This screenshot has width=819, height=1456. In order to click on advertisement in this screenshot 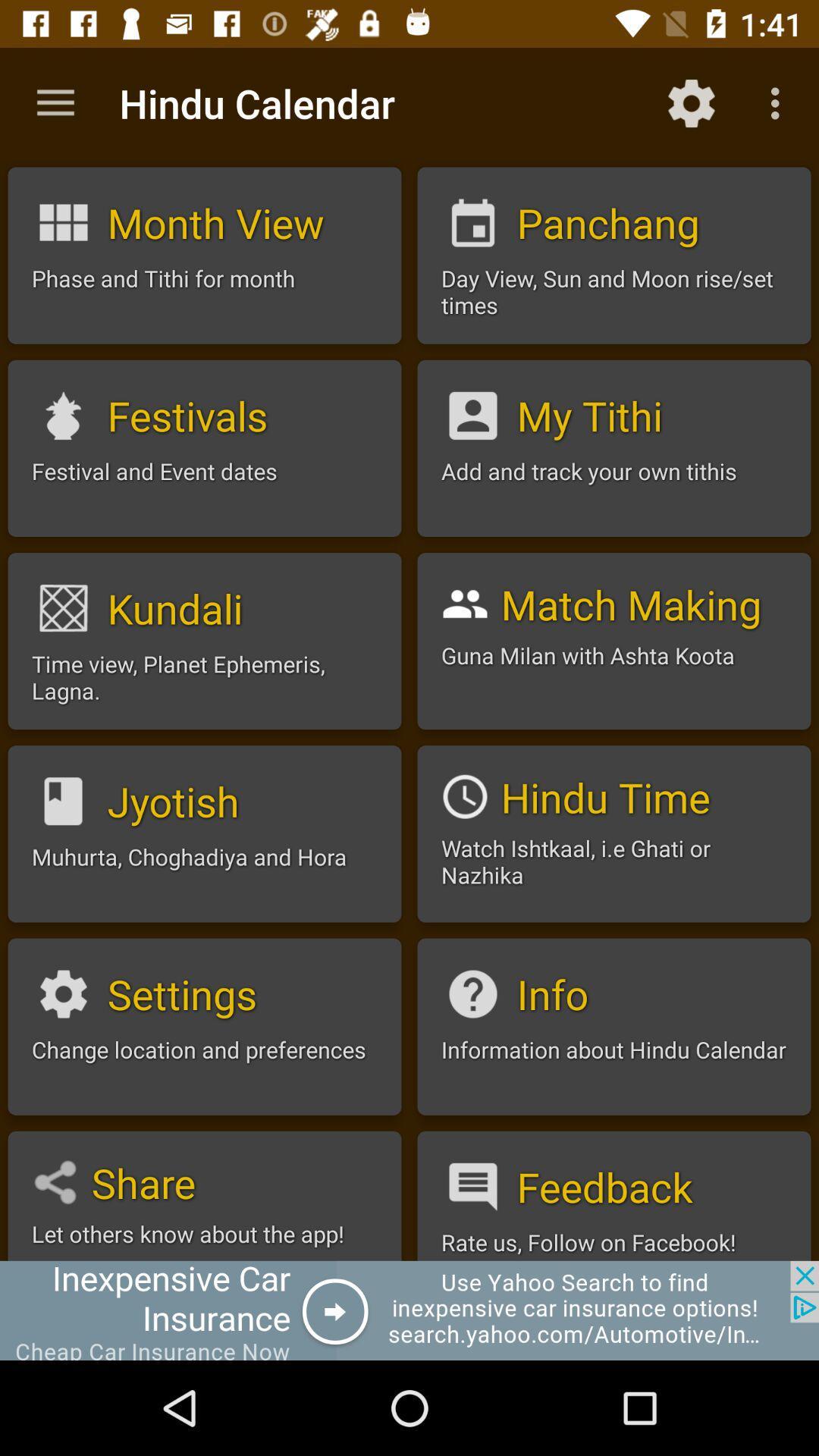, I will do `click(409, 1310)`.